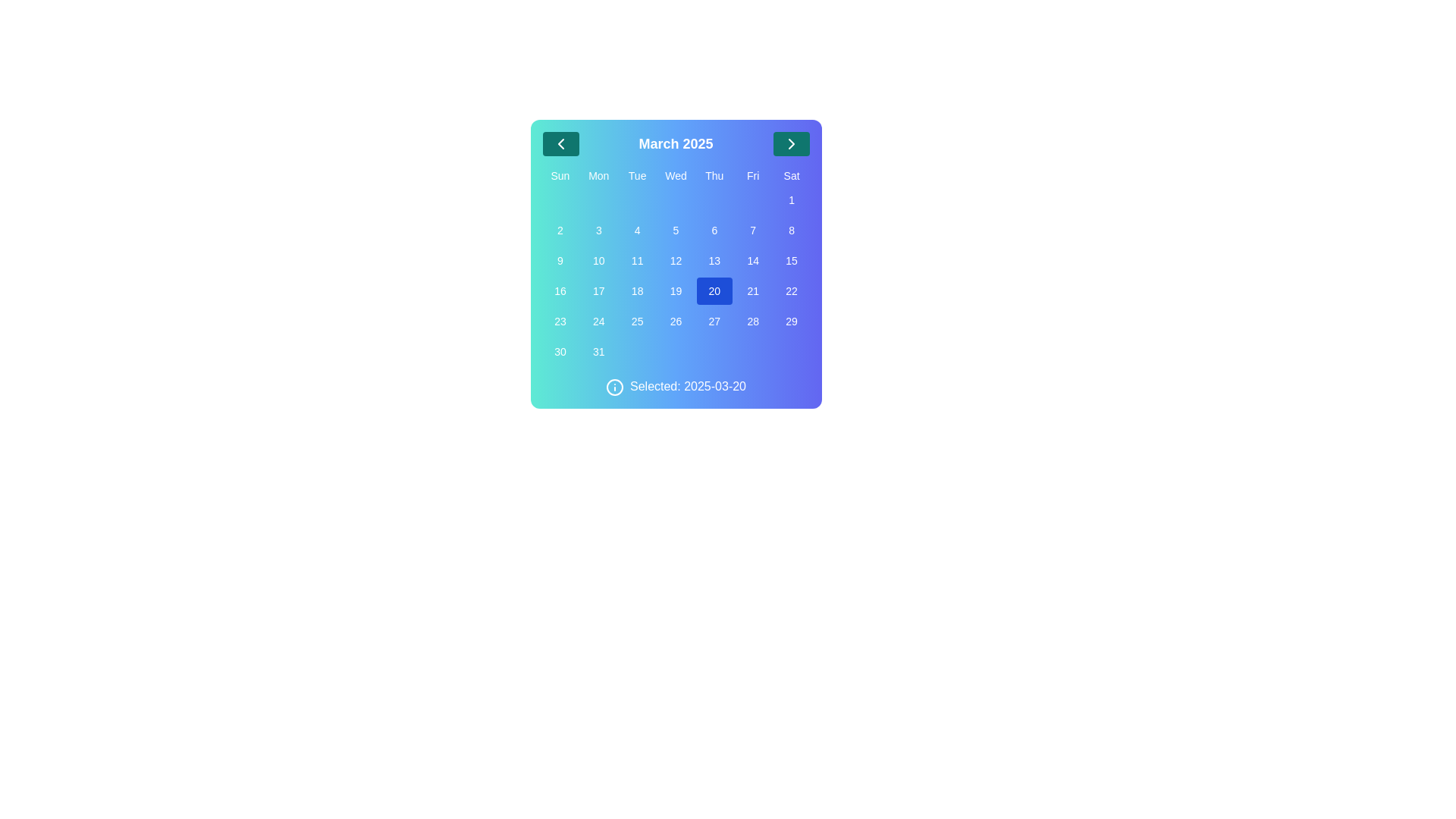  Describe the element at coordinates (637, 259) in the screenshot. I see `the numerical cell displaying '11' in the calendar grid` at that location.